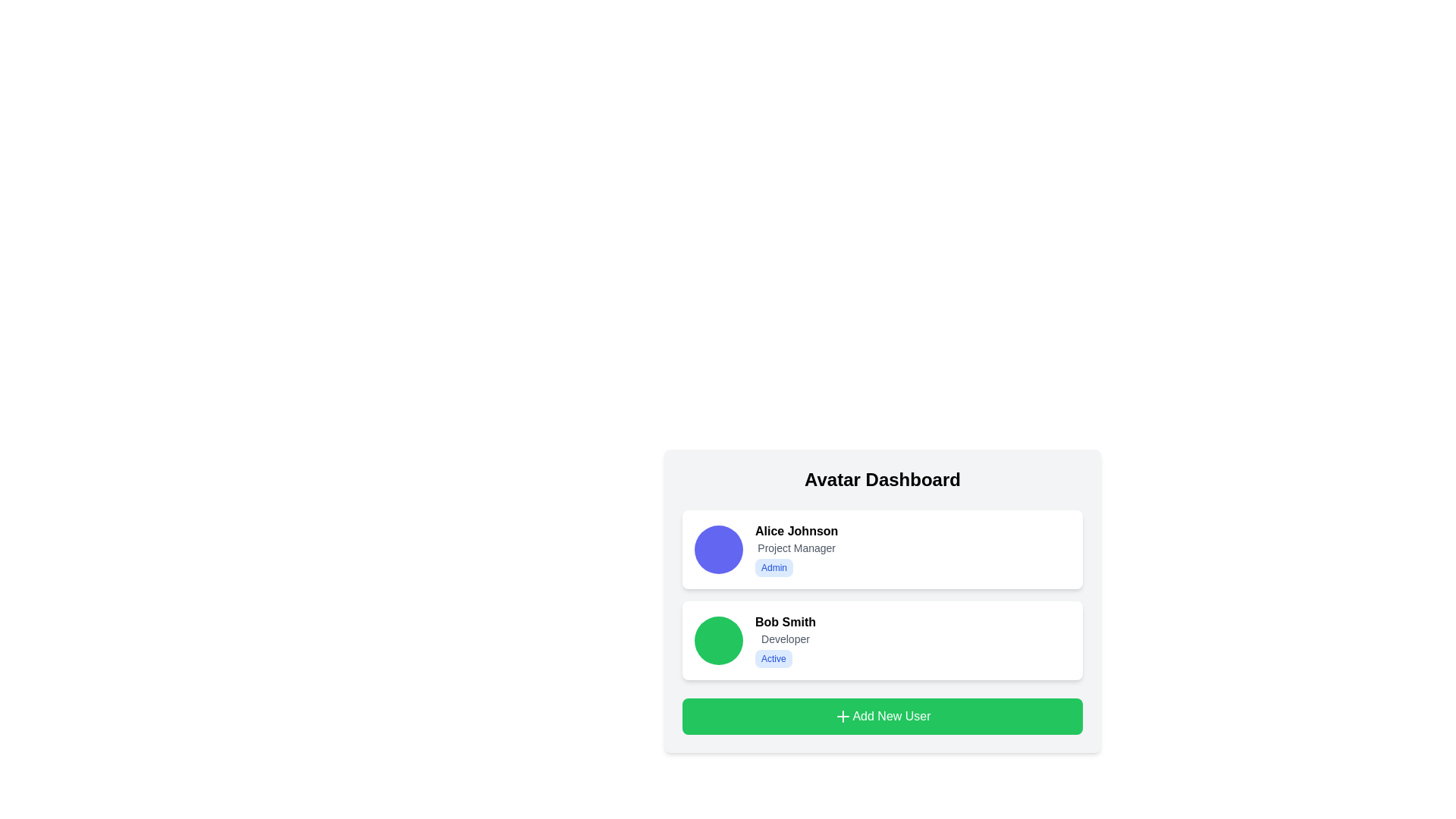 The image size is (1456, 819). What do you see at coordinates (843, 717) in the screenshot?
I see `the plus icon located within the green button labeled 'Add New User'` at bounding box center [843, 717].